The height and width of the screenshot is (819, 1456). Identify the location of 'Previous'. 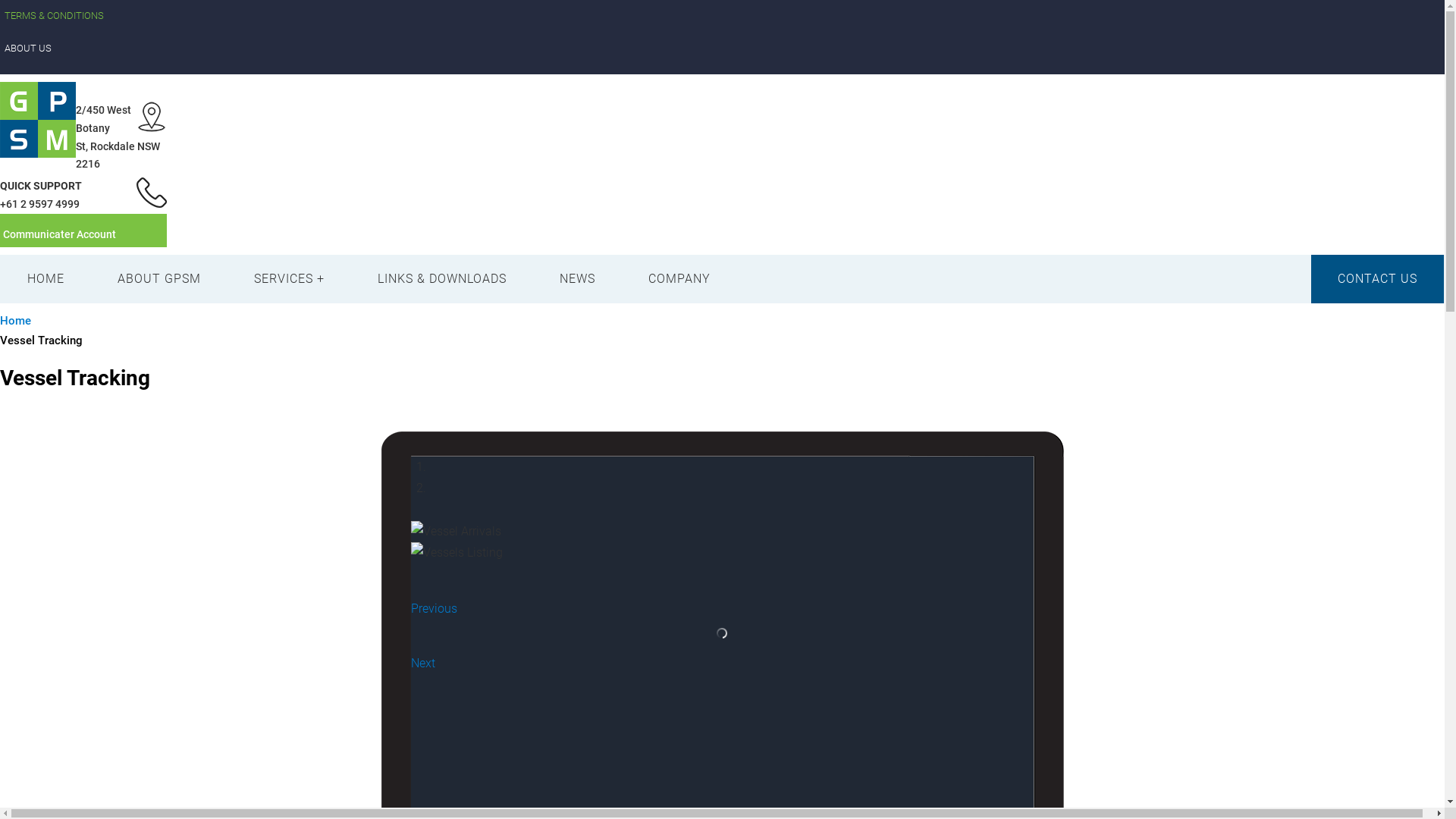
(433, 607).